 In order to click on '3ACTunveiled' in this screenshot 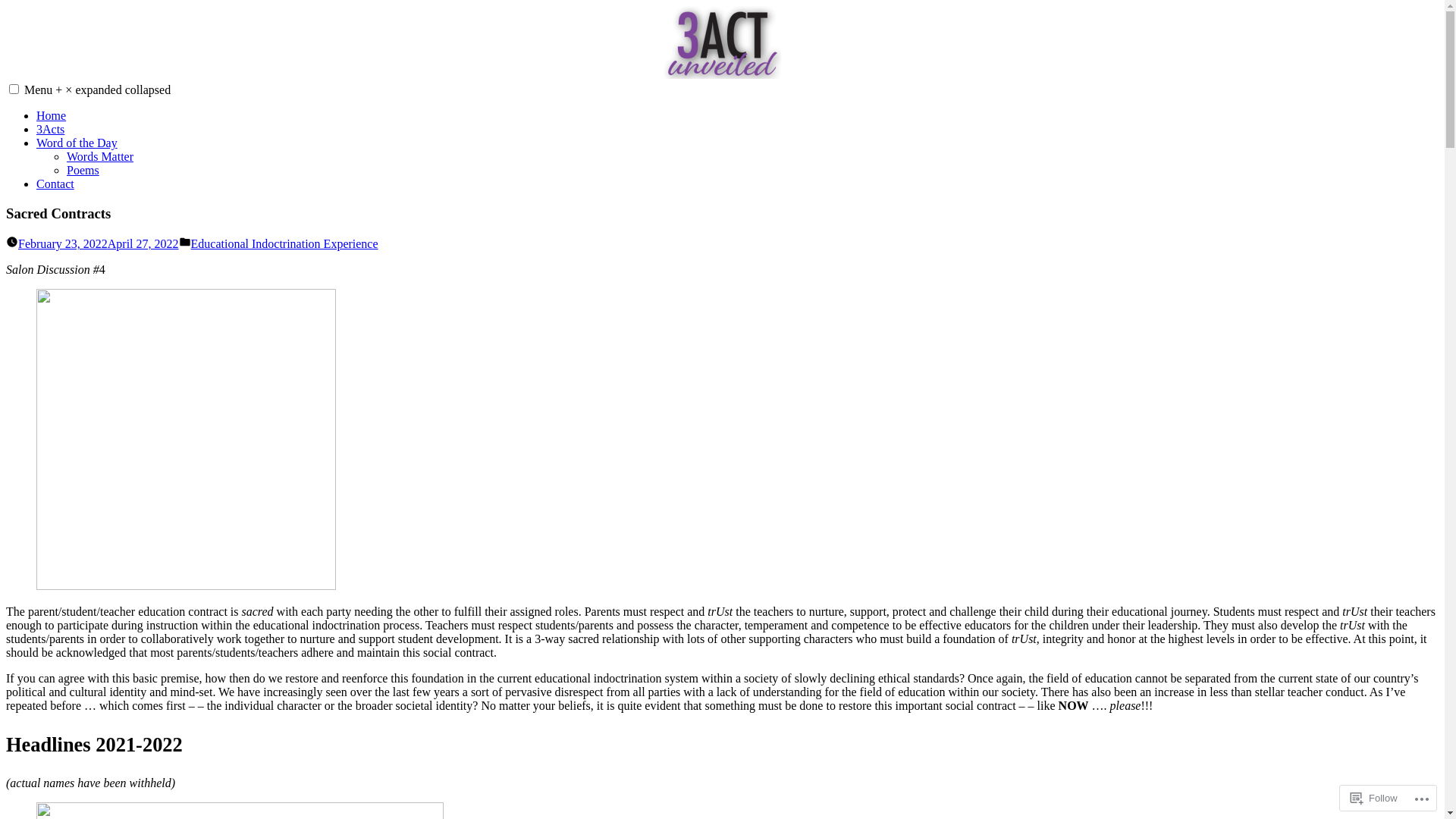, I will do `click(6, 100)`.